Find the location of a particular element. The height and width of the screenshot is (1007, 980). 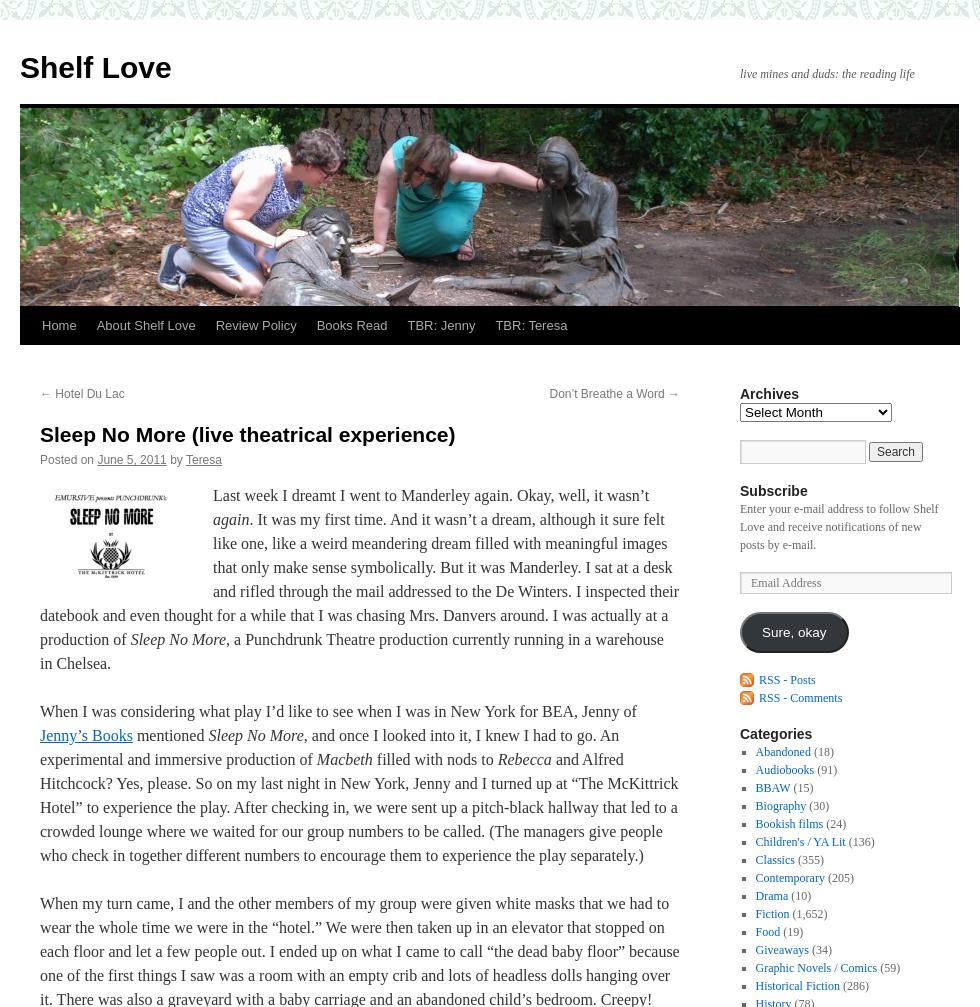

'Sure, okay' is located at coordinates (793, 631).